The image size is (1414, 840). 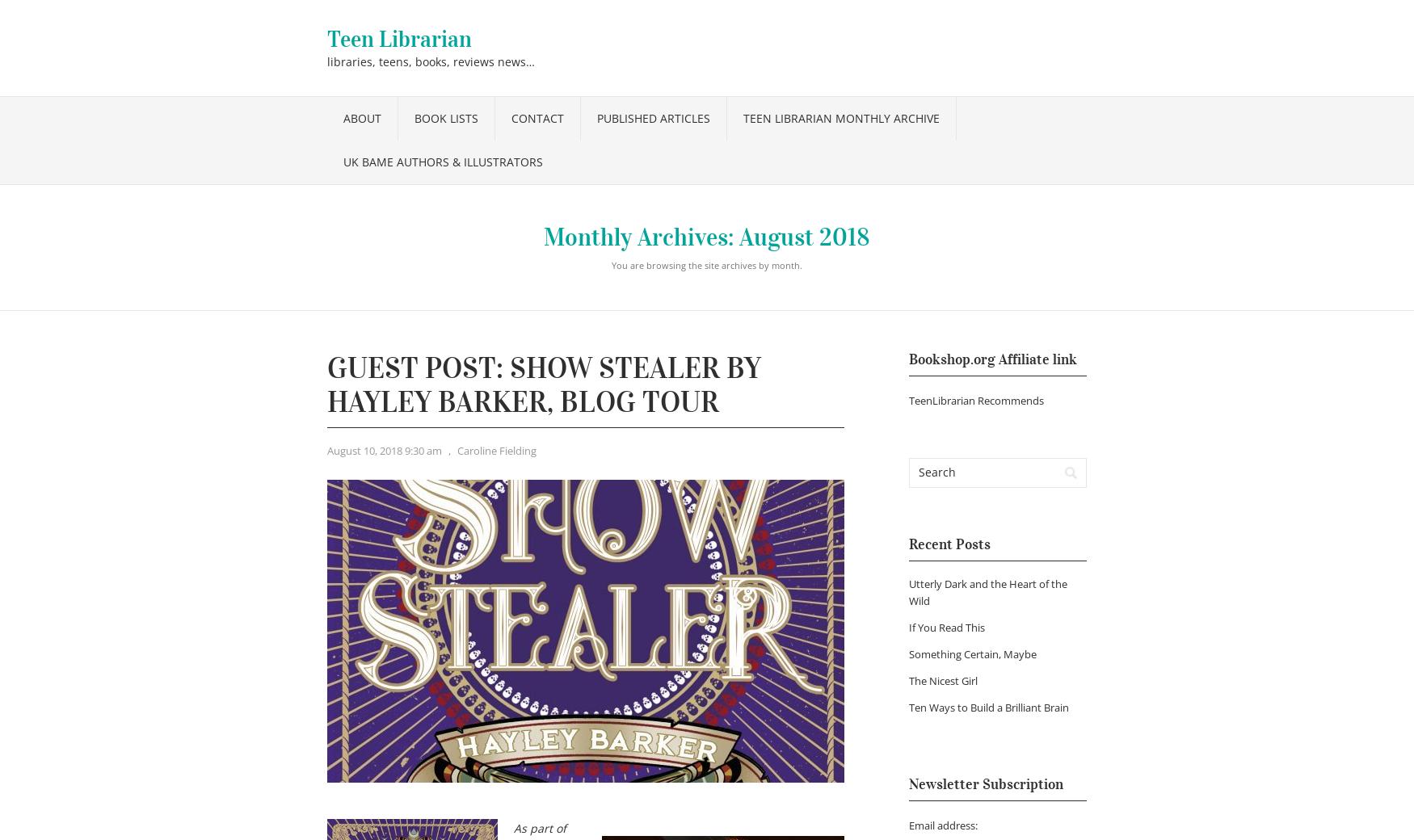 What do you see at coordinates (988, 592) in the screenshot?
I see `'Utterly Dark and the Heart of the Wild'` at bounding box center [988, 592].